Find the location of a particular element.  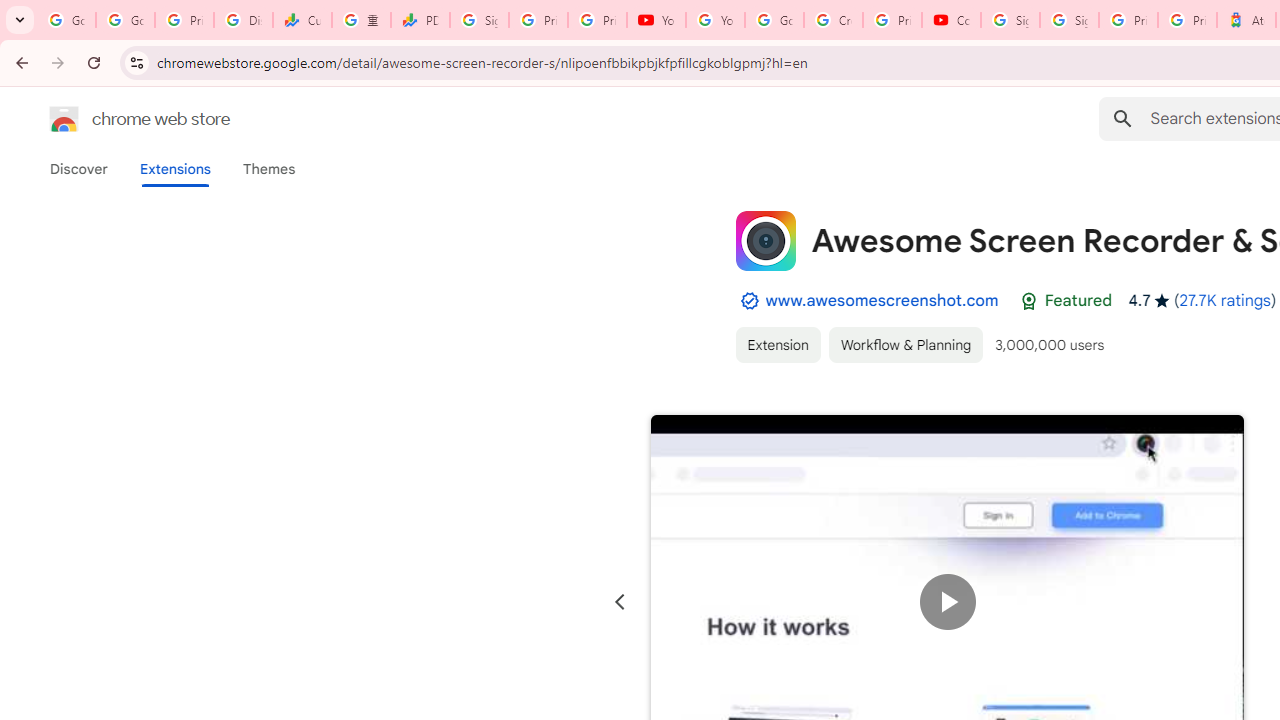

'Discover' is located at coordinates (79, 168).